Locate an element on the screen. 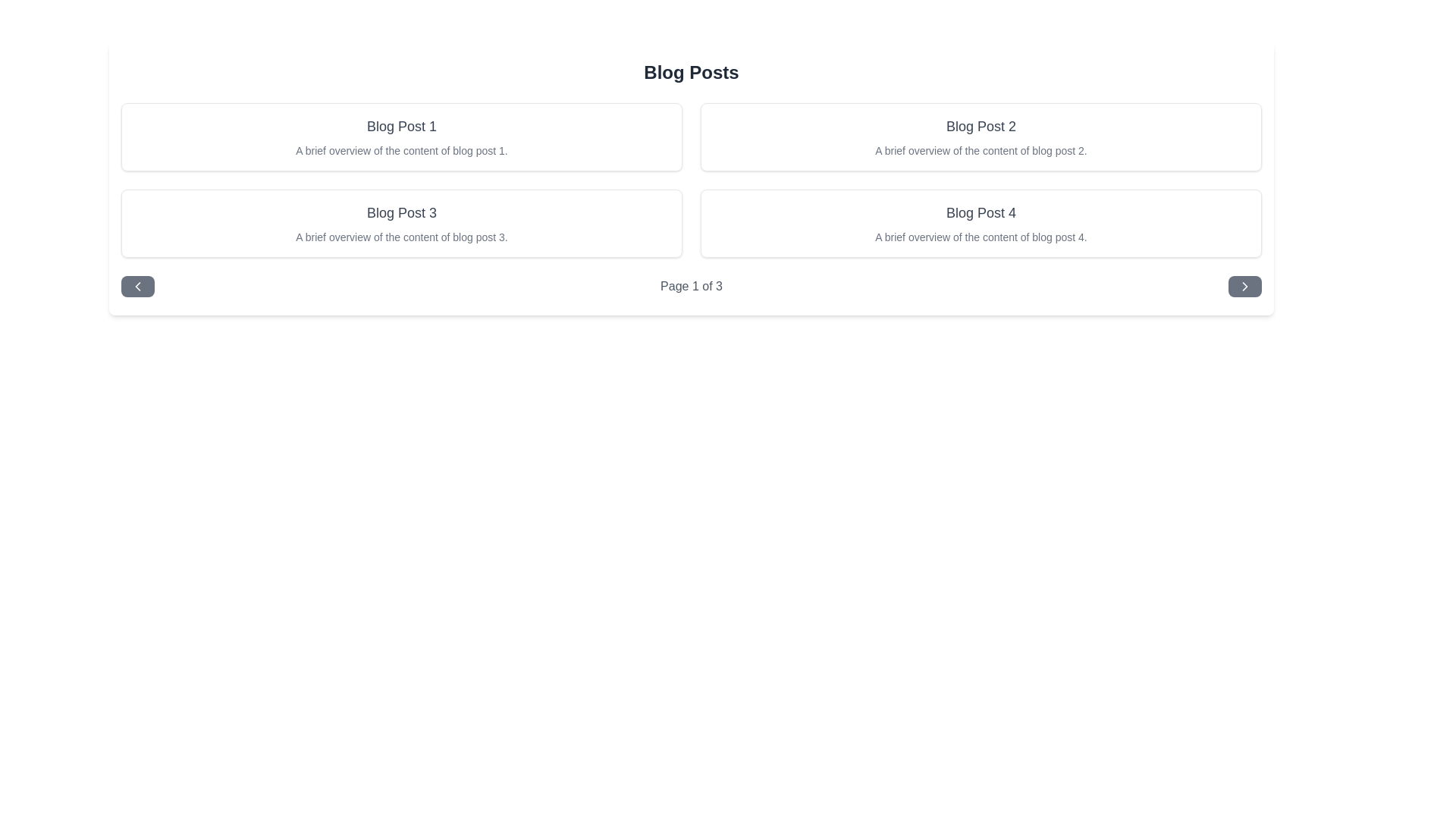  the text heading 'Blog Post 3' to select the text is located at coordinates (401, 213).